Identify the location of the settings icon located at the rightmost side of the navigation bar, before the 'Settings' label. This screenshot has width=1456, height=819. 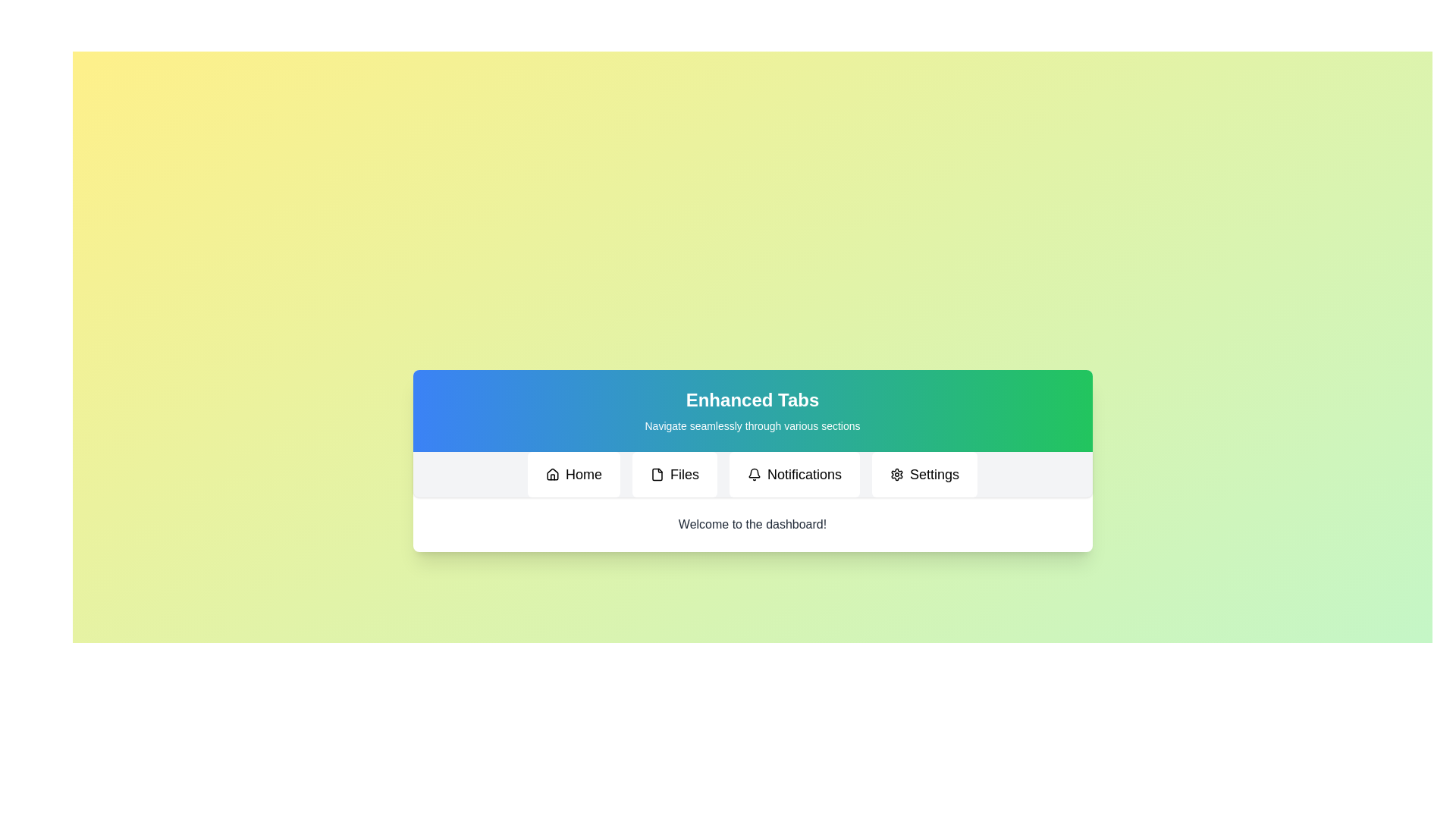
(897, 473).